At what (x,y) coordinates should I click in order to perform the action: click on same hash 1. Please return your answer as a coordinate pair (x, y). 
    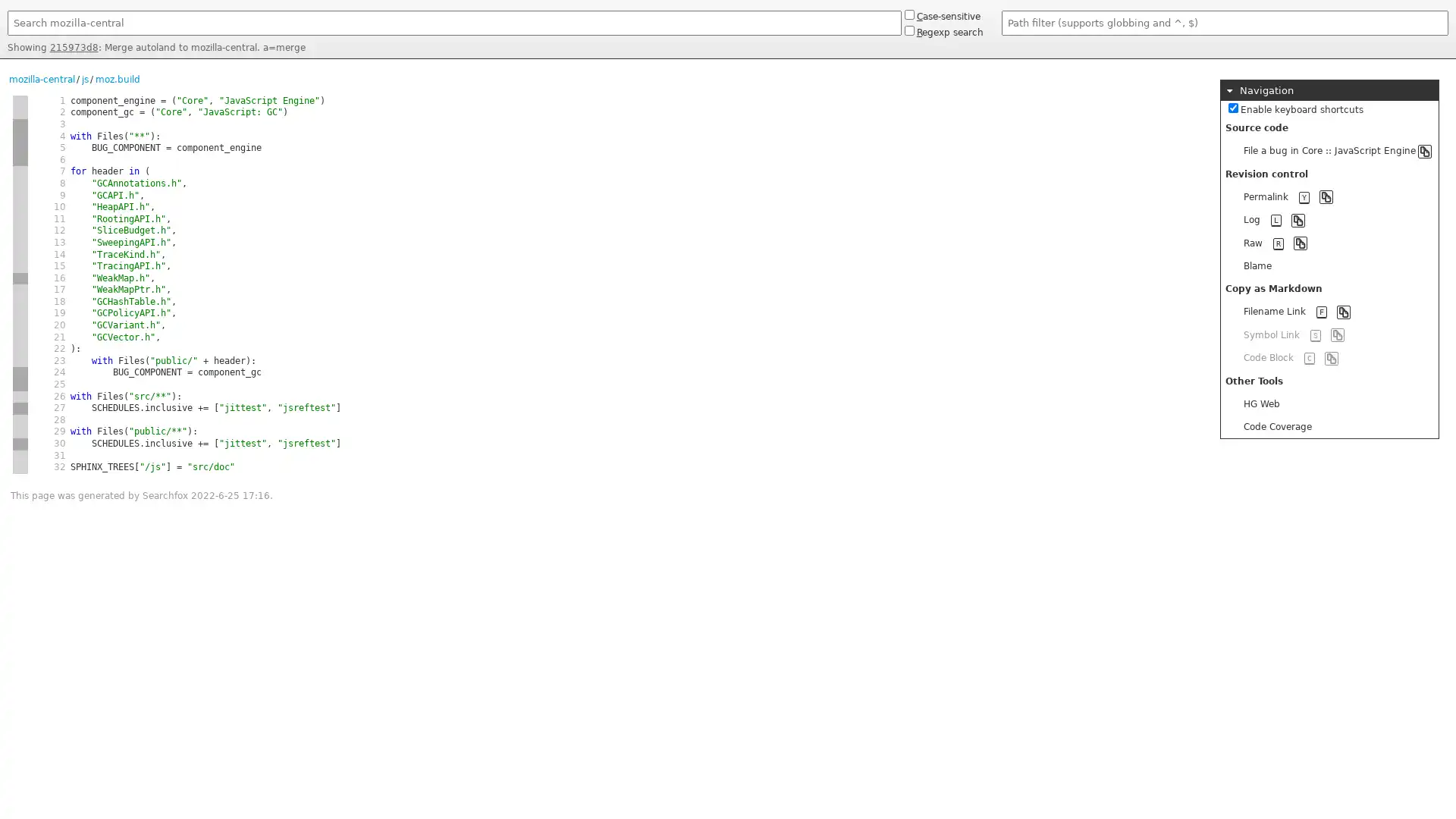
    Looking at the image, I should click on (20, 360).